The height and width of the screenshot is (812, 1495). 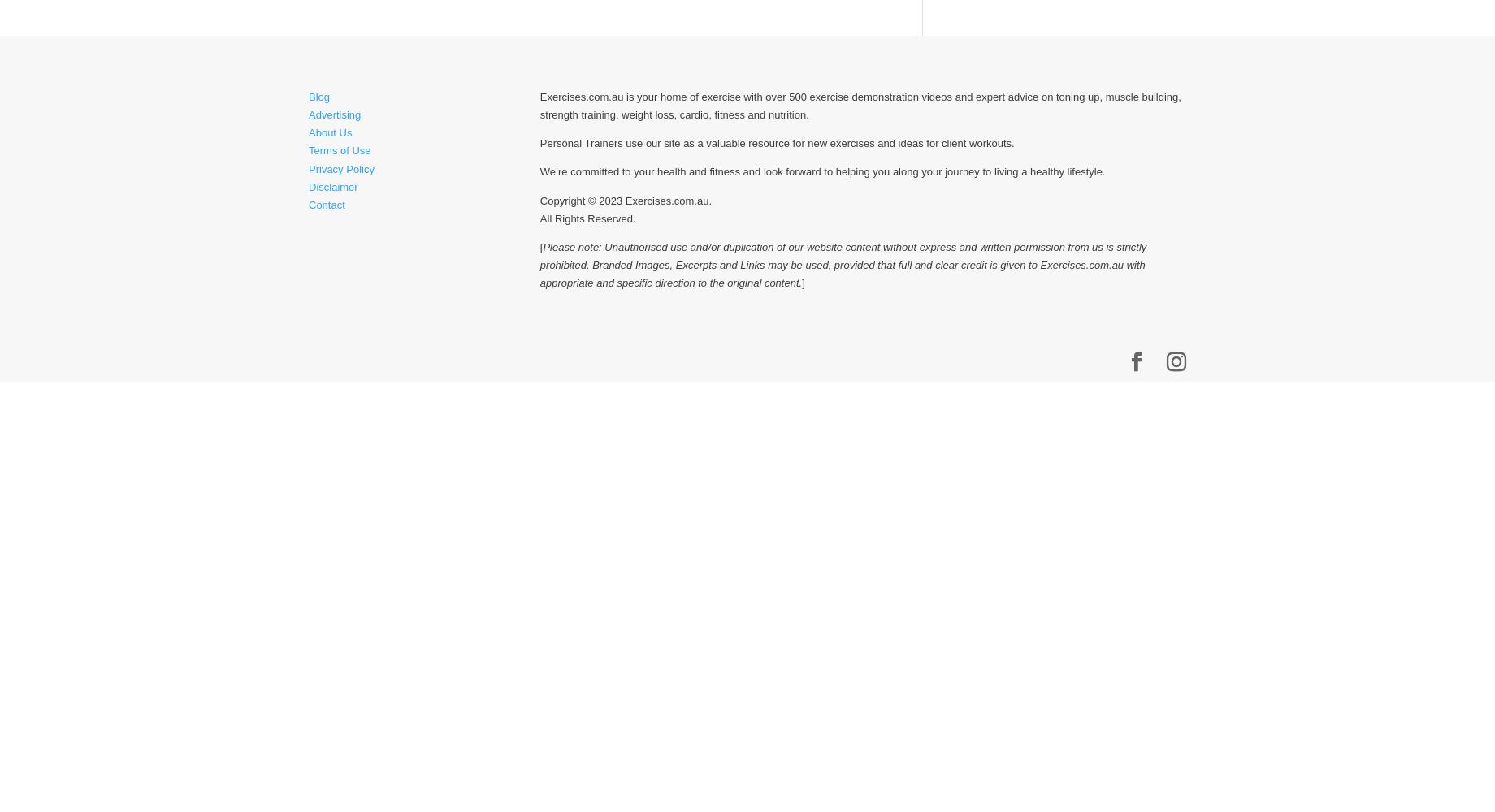 I want to click on 'Contact', so click(x=326, y=204).